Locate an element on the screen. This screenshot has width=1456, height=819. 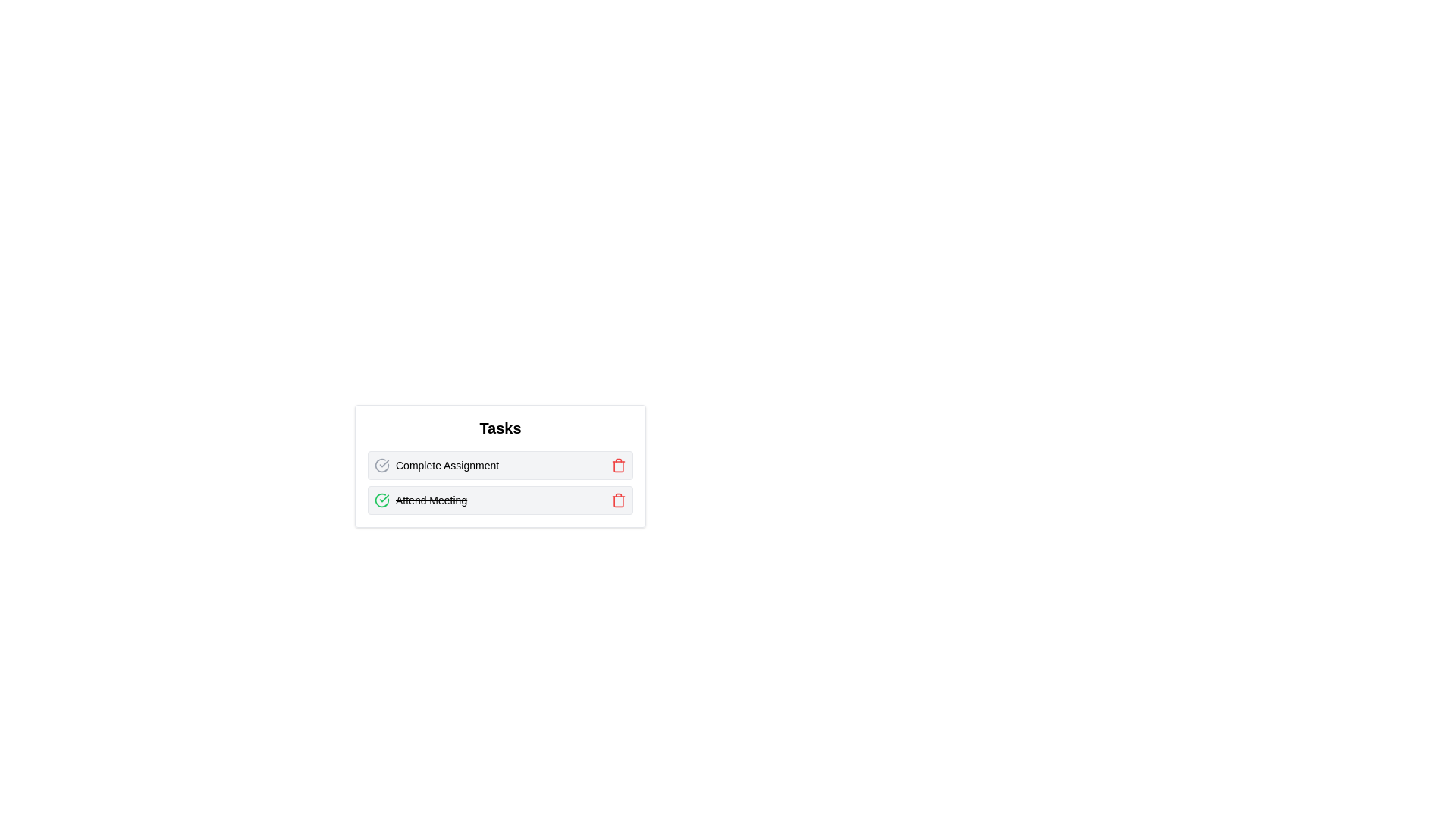
the green circular icon with a checkmark located in the second row of the 'Tasks' section, aligned to the far left, adjacent to the text 'Attend Meeting' is located at coordinates (382, 500).